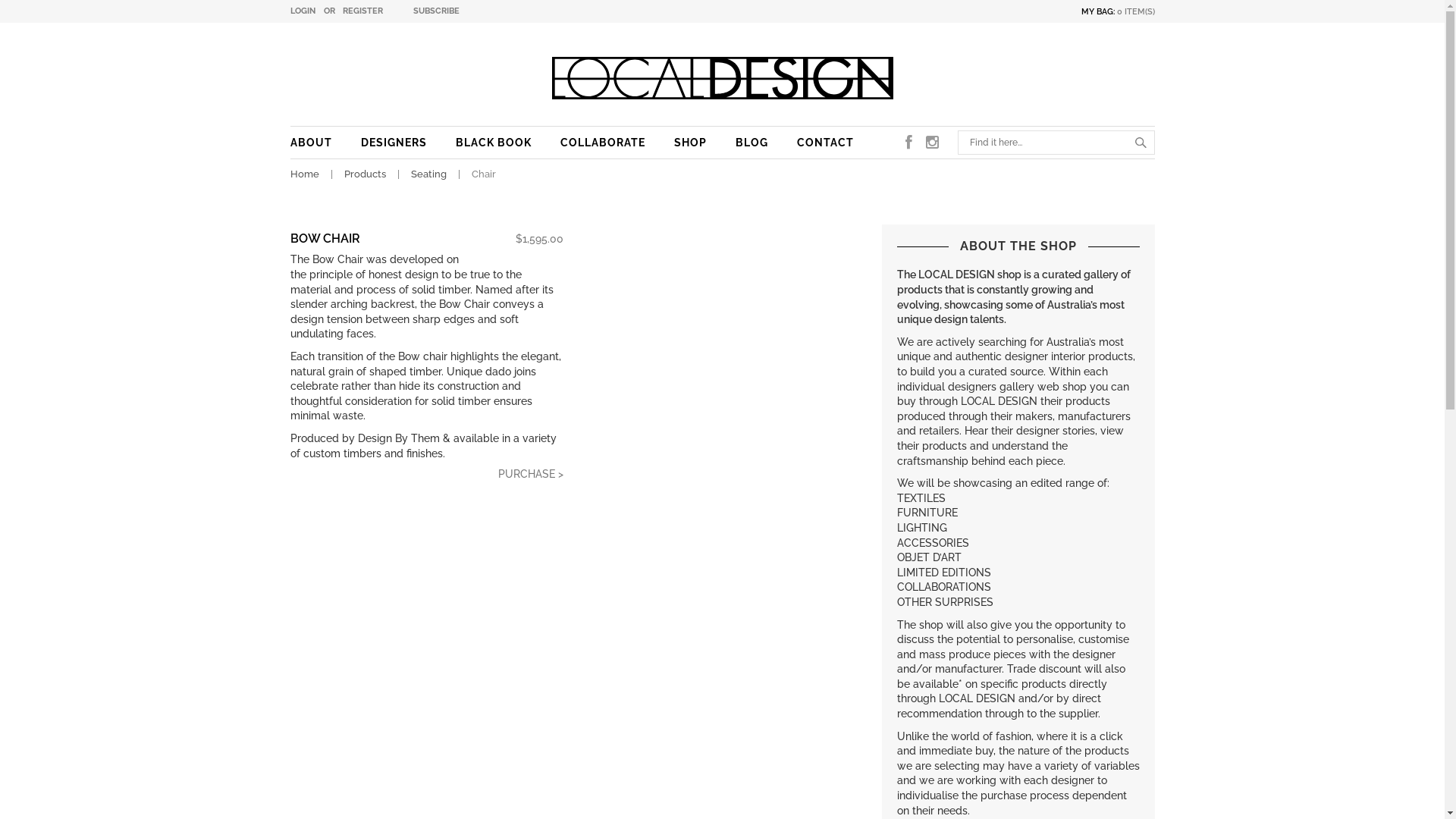 The image size is (1456, 819). Describe the element at coordinates (689, 143) in the screenshot. I see `'SHOP'` at that location.